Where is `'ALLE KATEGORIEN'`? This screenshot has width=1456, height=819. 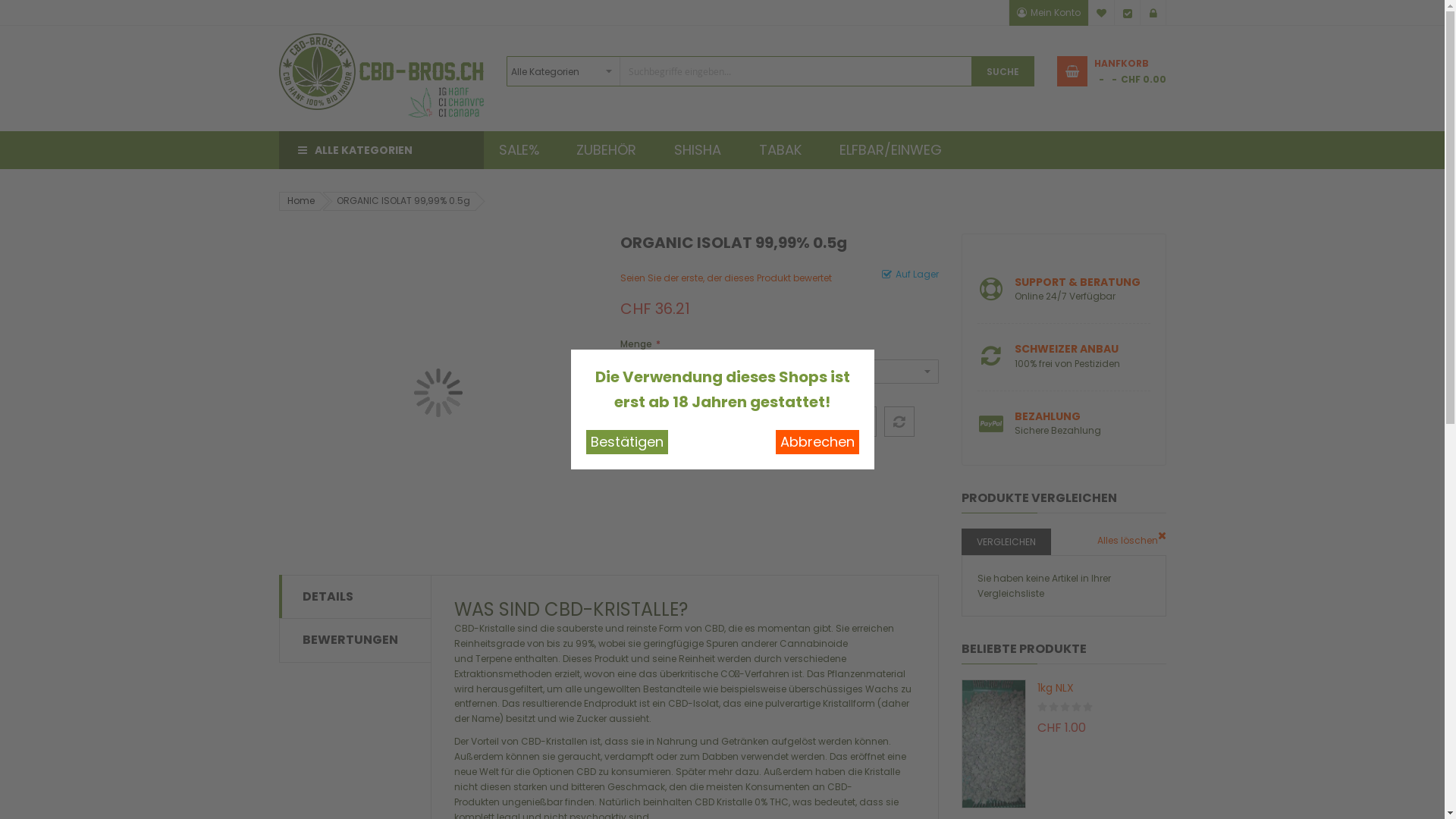 'ALLE KATEGORIEN' is located at coordinates (381, 149).